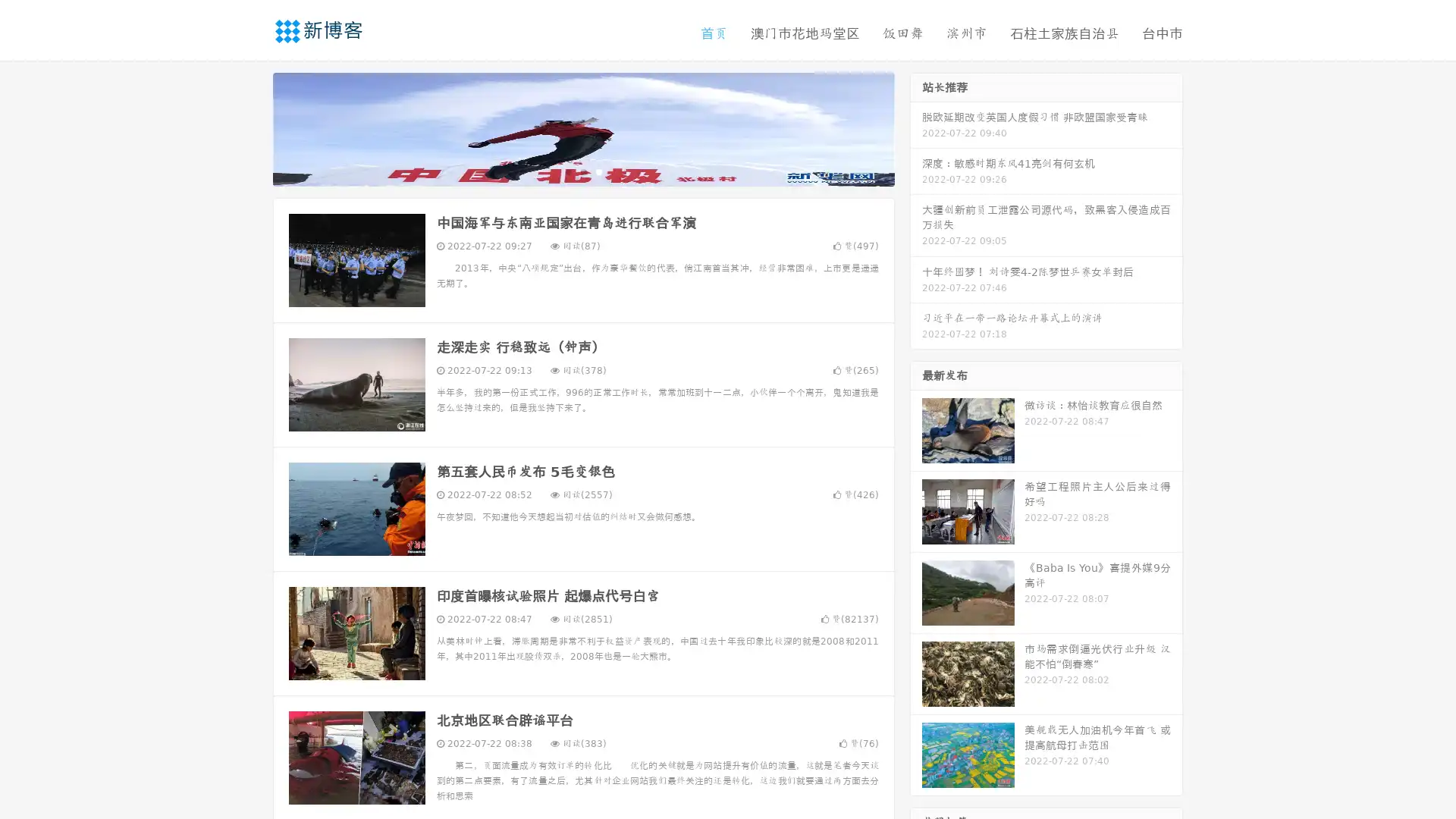 The width and height of the screenshot is (1456, 819). I want to click on Go to slide 1, so click(567, 171).